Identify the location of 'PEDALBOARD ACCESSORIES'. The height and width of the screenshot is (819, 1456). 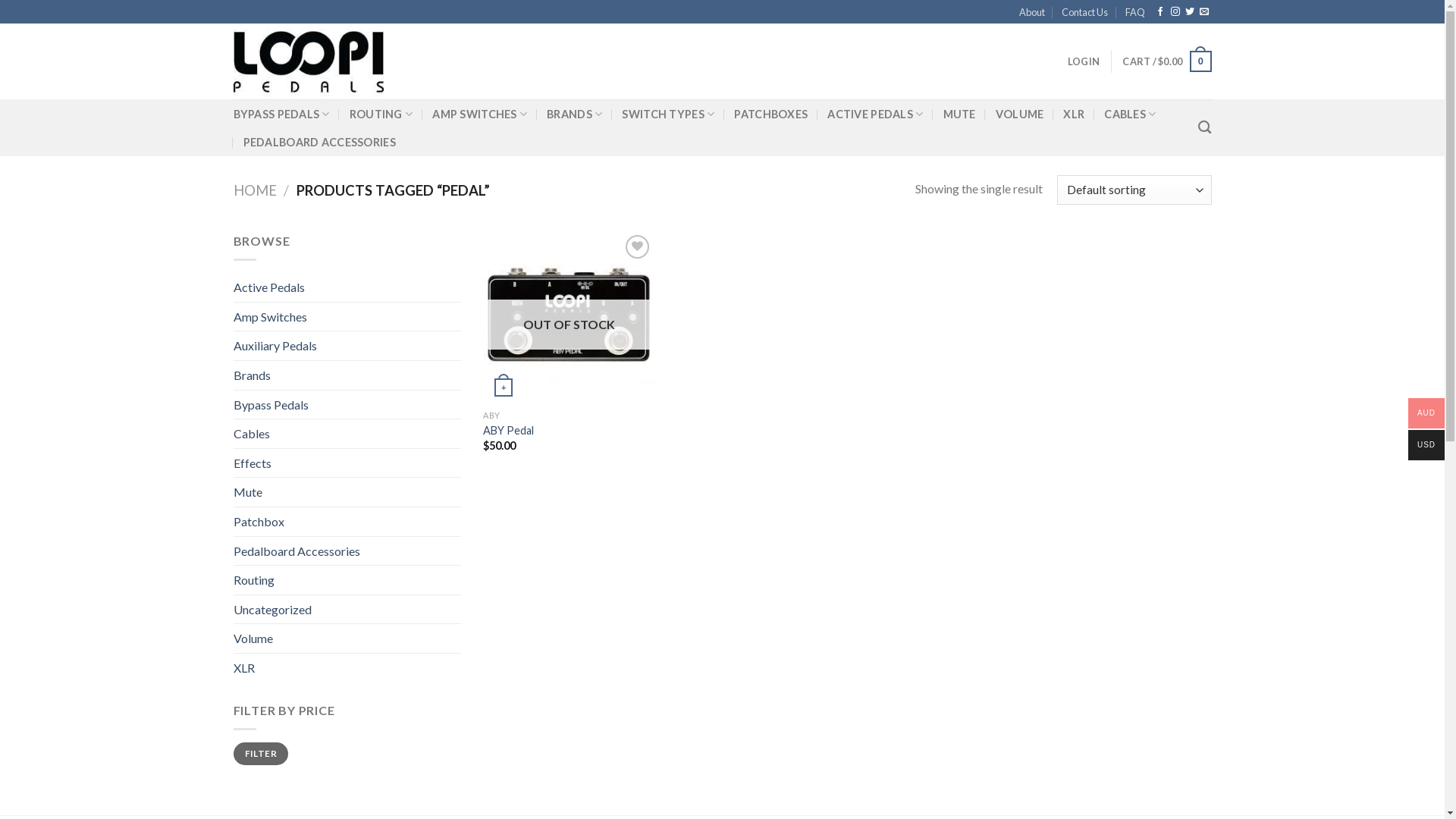
(318, 143).